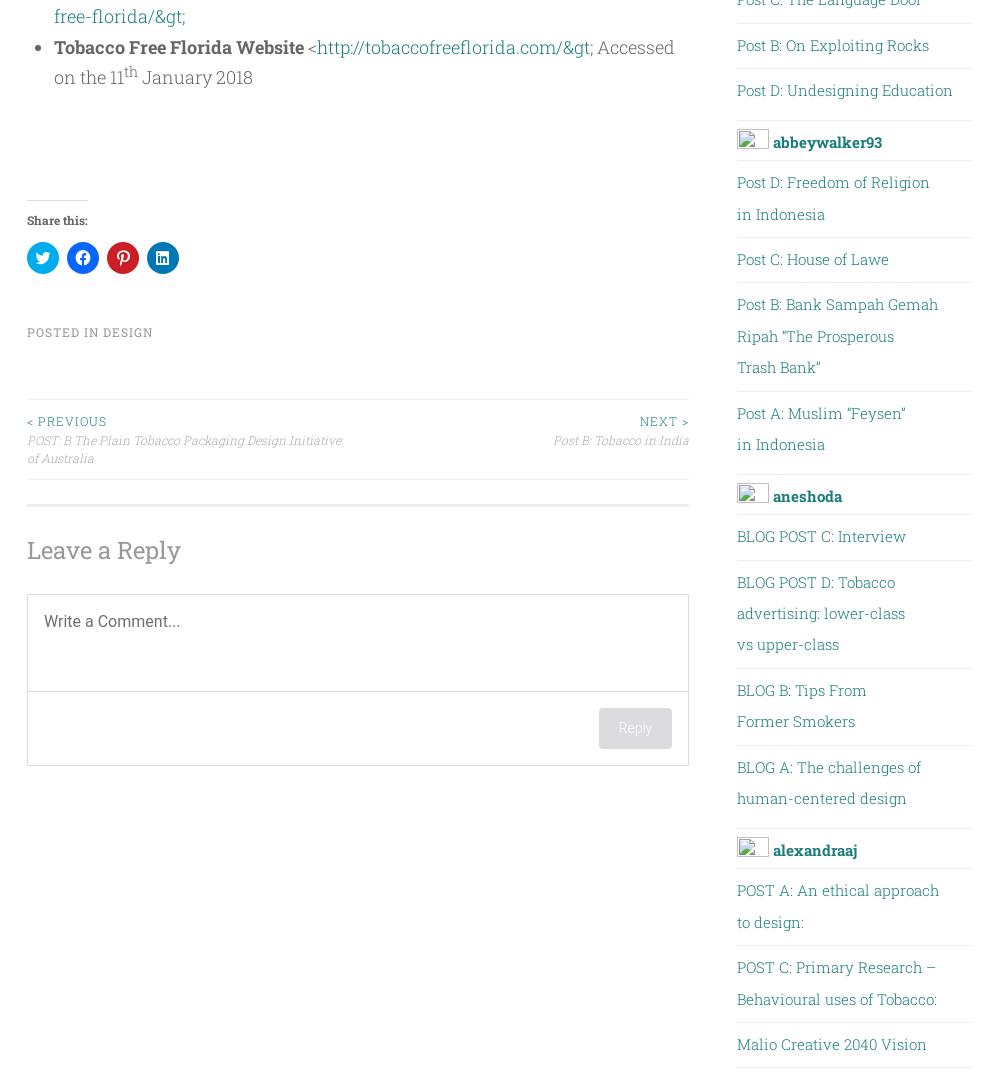  Describe the element at coordinates (304, 46) in the screenshot. I see `'<'` at that location.